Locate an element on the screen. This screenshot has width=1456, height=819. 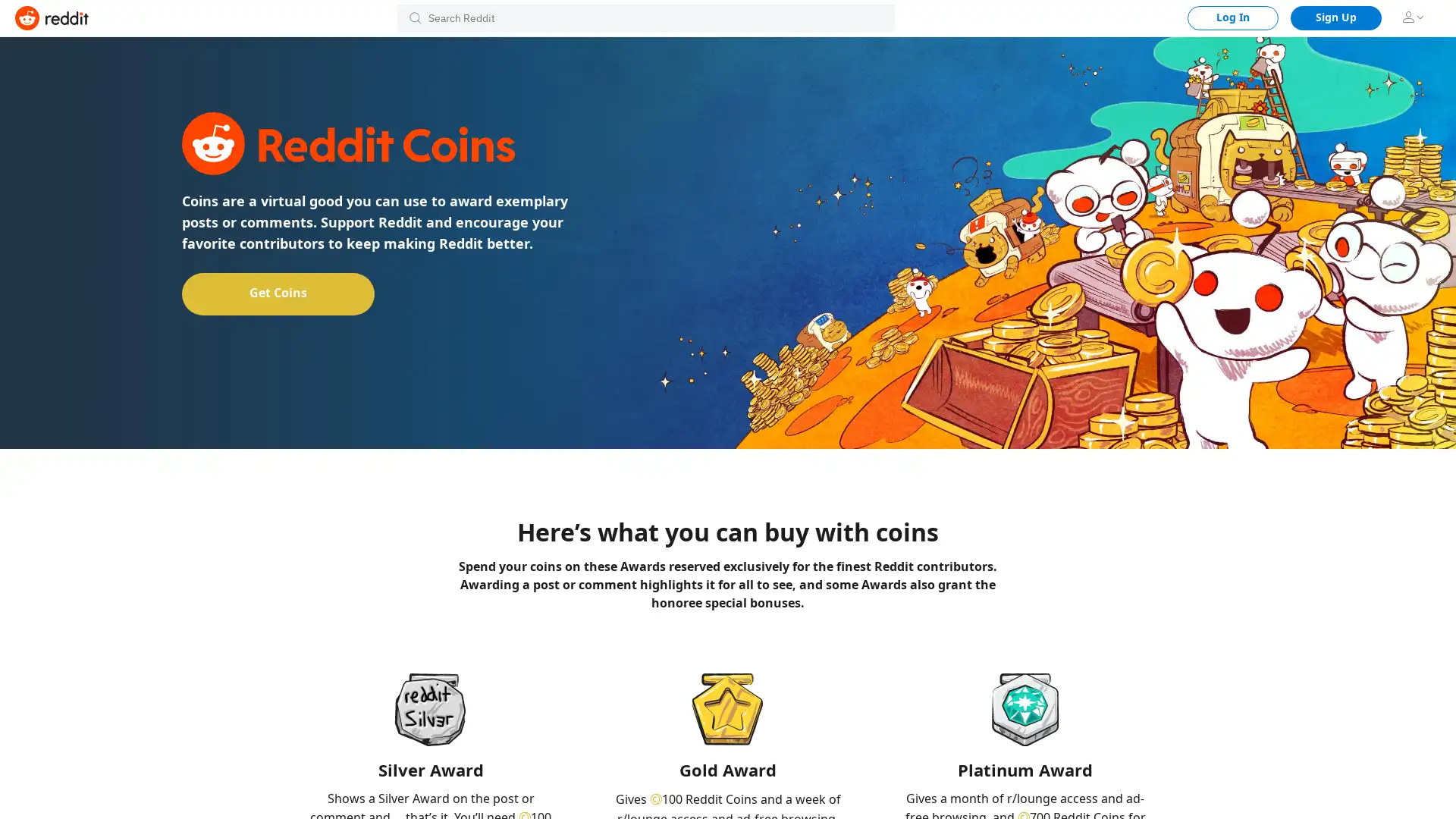
Get Coins is located at coordinates (278, 293).